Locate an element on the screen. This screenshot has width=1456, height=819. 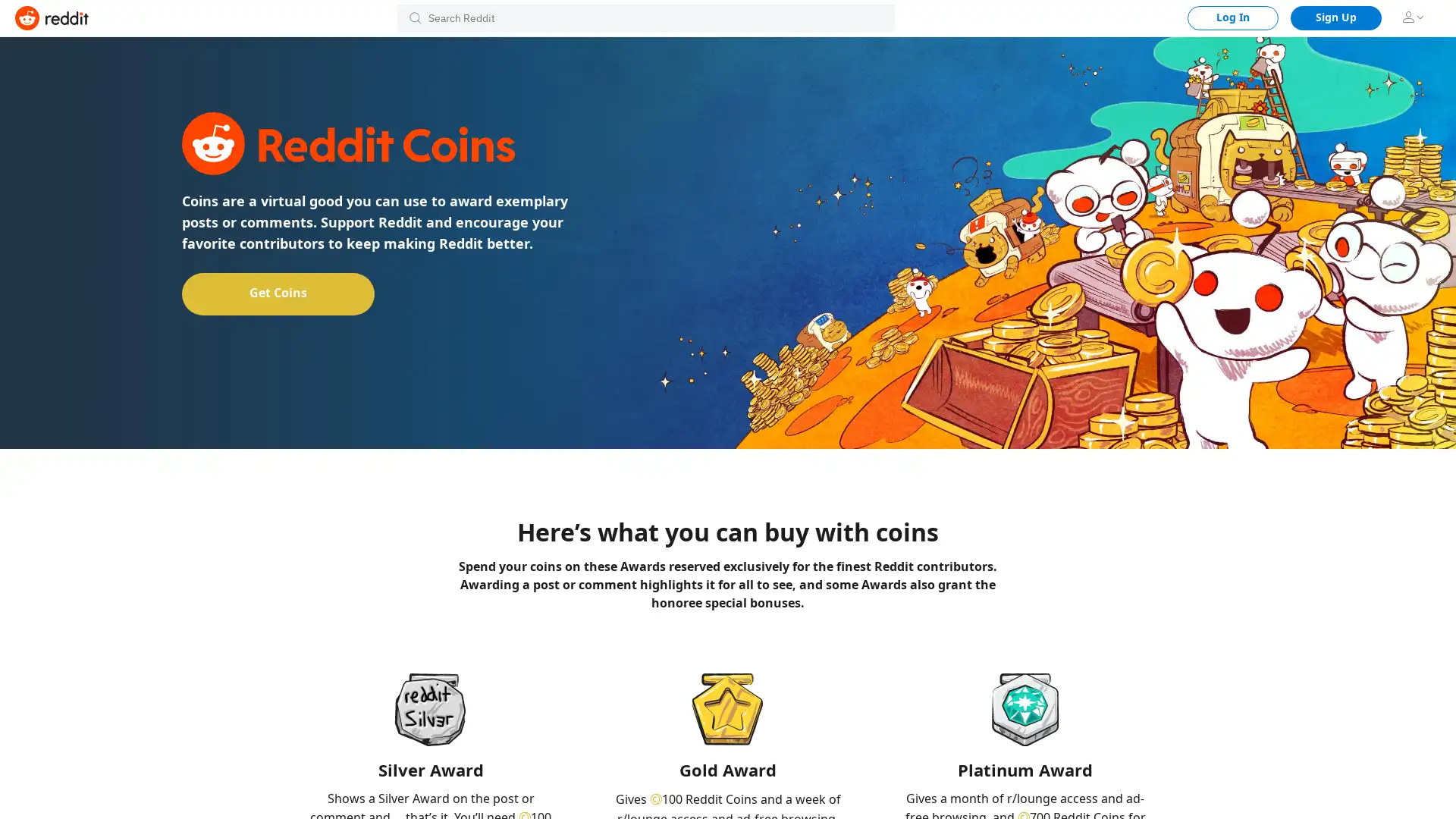
Get Coins is located at coordinates (278, 293).